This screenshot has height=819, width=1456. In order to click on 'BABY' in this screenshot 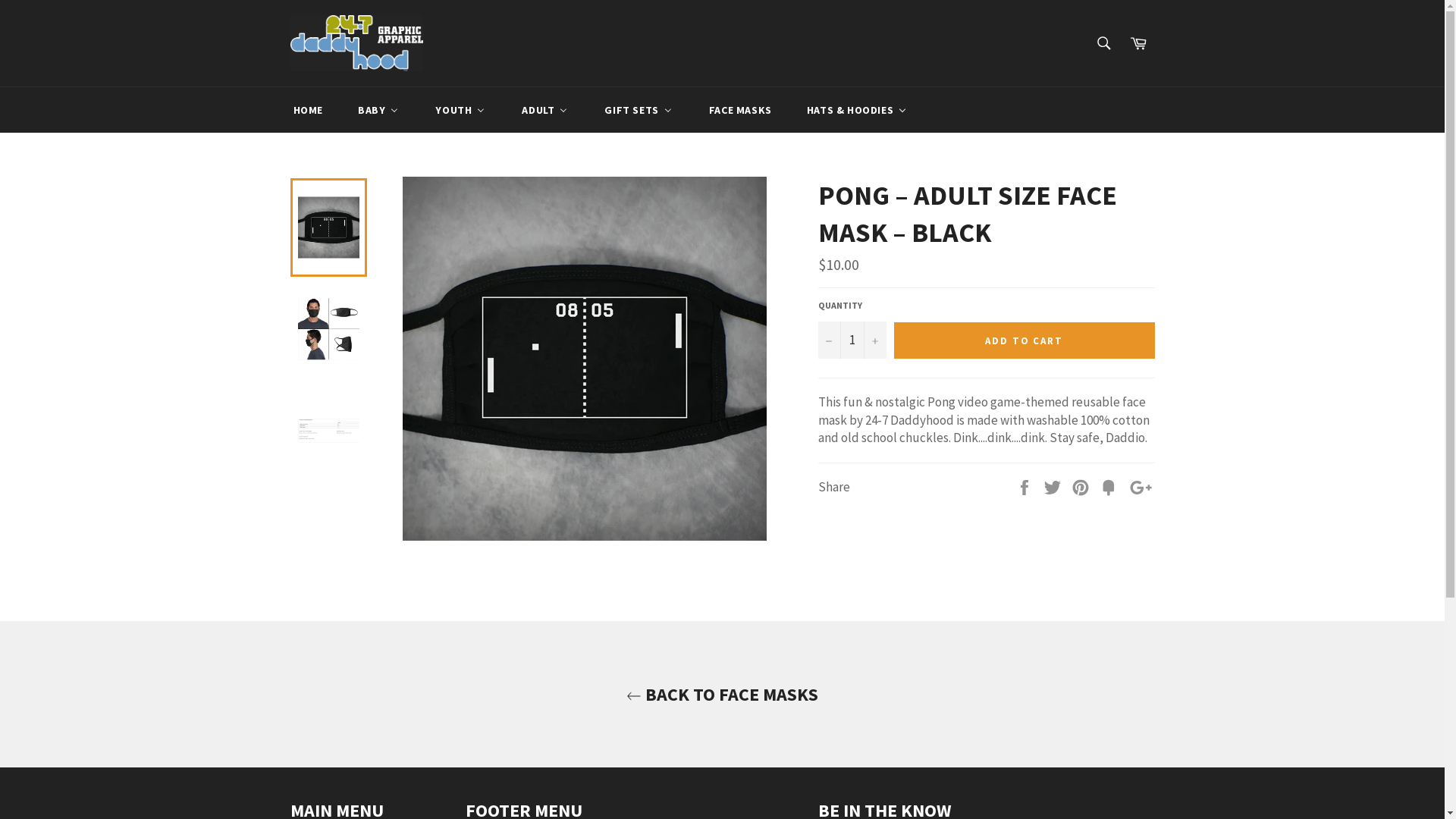, I will do `click(378, 109)`.